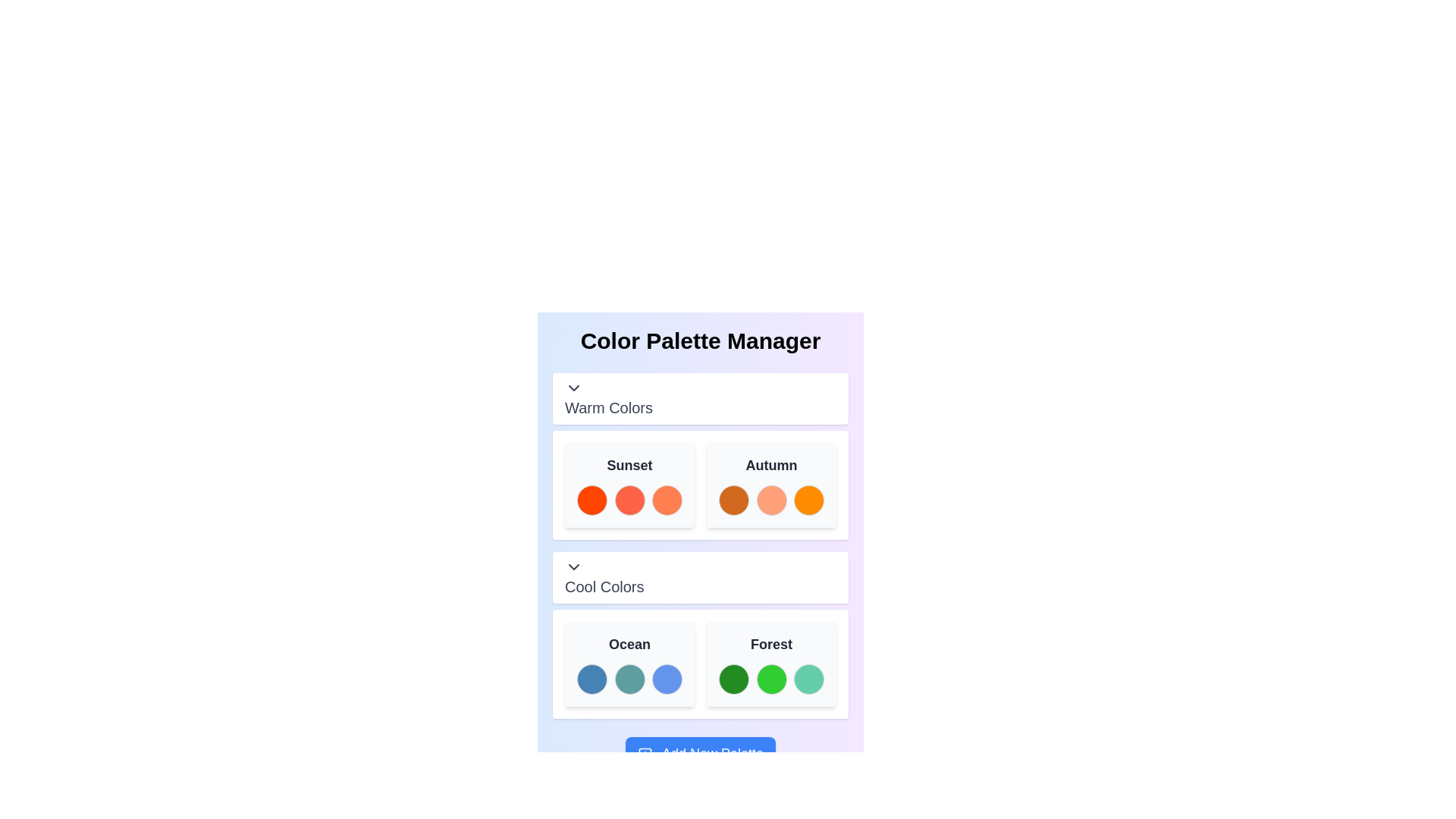 This screenshot has height=819, width=1456. I want to click on the first color swatch representing a shade of blue in the 'Ocean' palette, so click(591, 678).